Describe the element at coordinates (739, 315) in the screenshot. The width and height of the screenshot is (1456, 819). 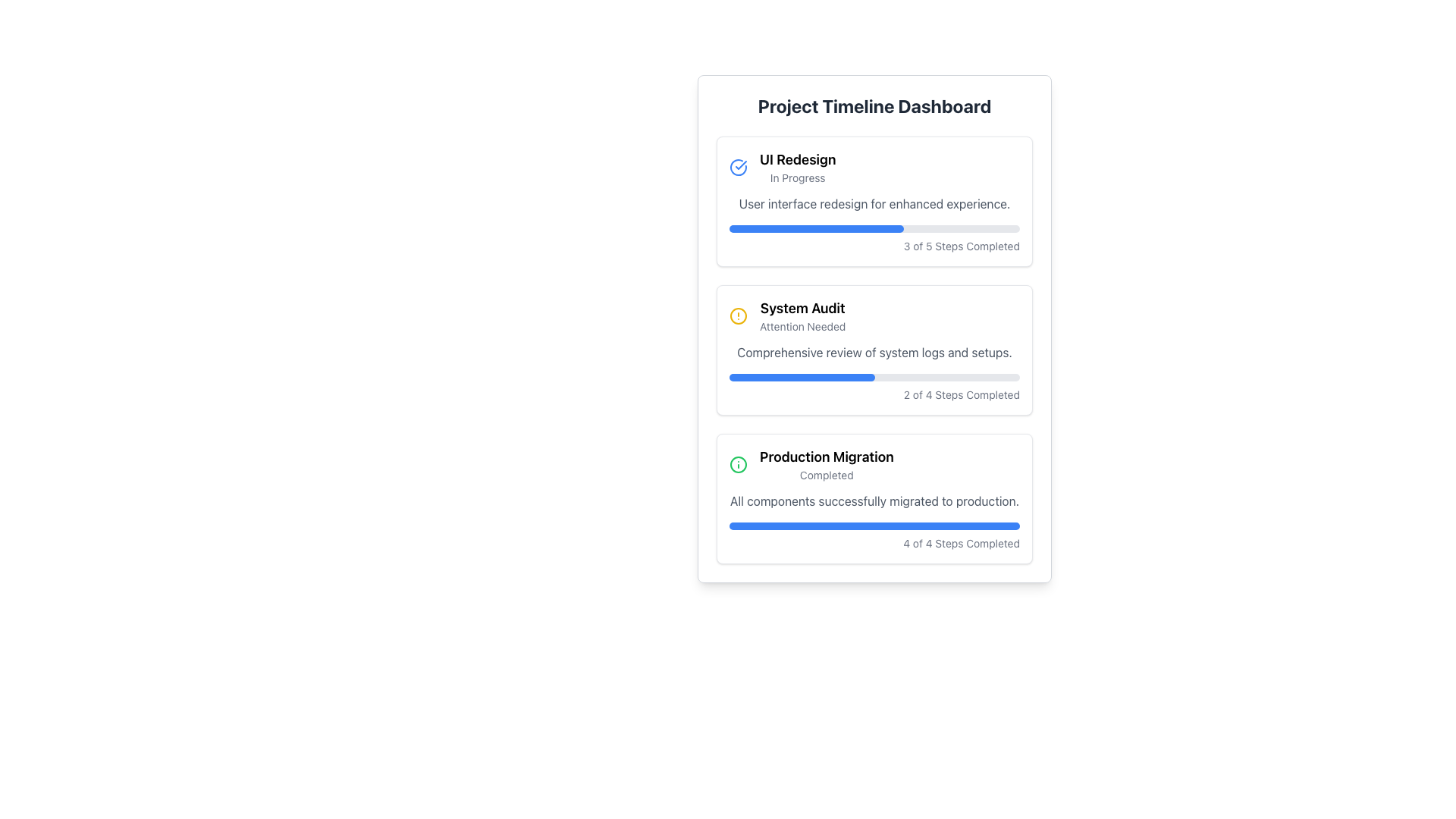
I see `the warning icon indicating attention needed for the 'System Audit' section located to the left of the text 'System Audit' in the 'Project Timeline Dashboard'` at that location.